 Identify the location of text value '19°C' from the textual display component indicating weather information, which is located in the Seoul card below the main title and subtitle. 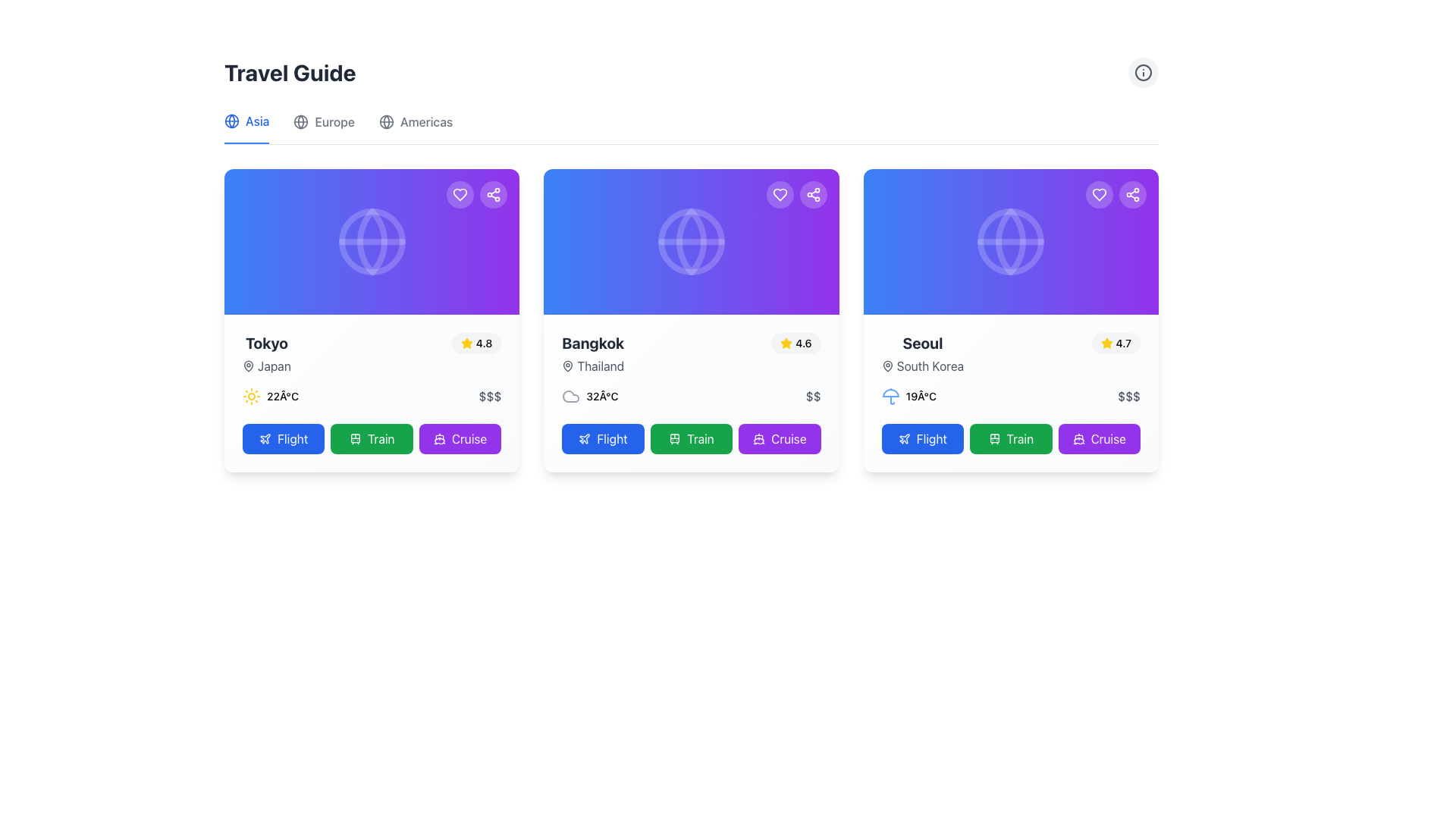
(908, 396).